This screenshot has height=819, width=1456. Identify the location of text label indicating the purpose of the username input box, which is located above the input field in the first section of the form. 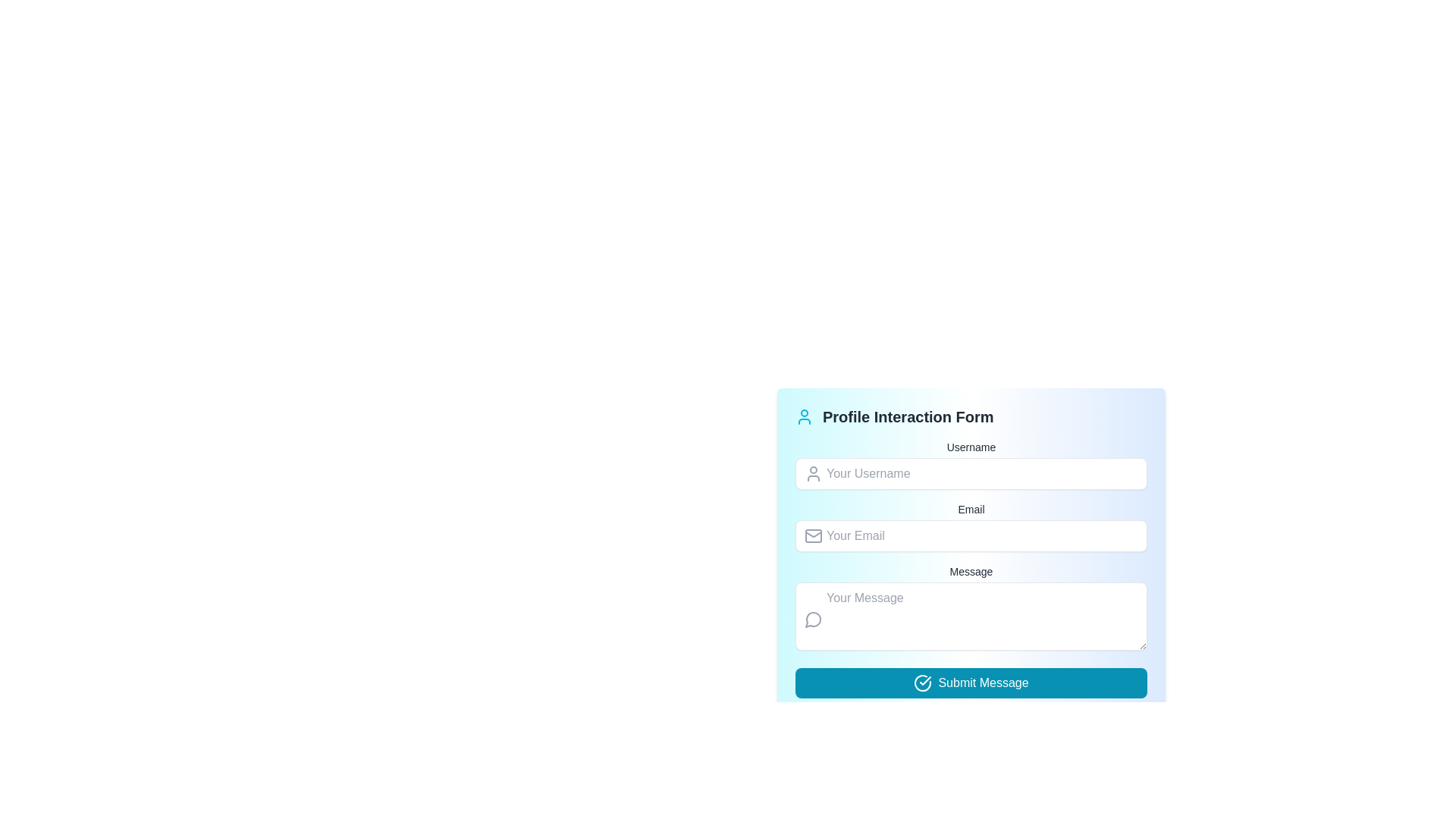
(971, 447).